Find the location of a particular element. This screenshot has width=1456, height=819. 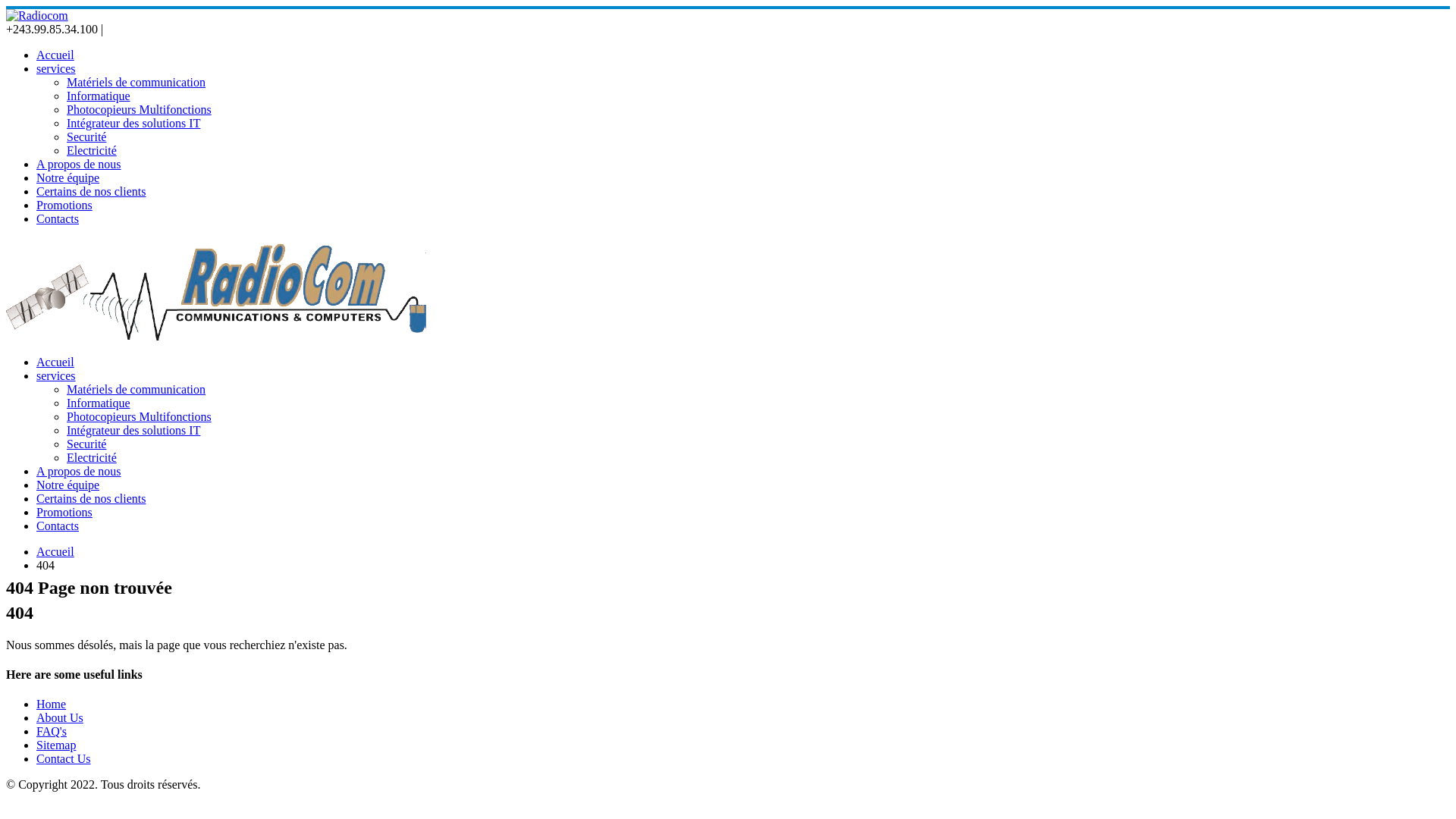

'Accueil' is located at coordinates (55, 54).